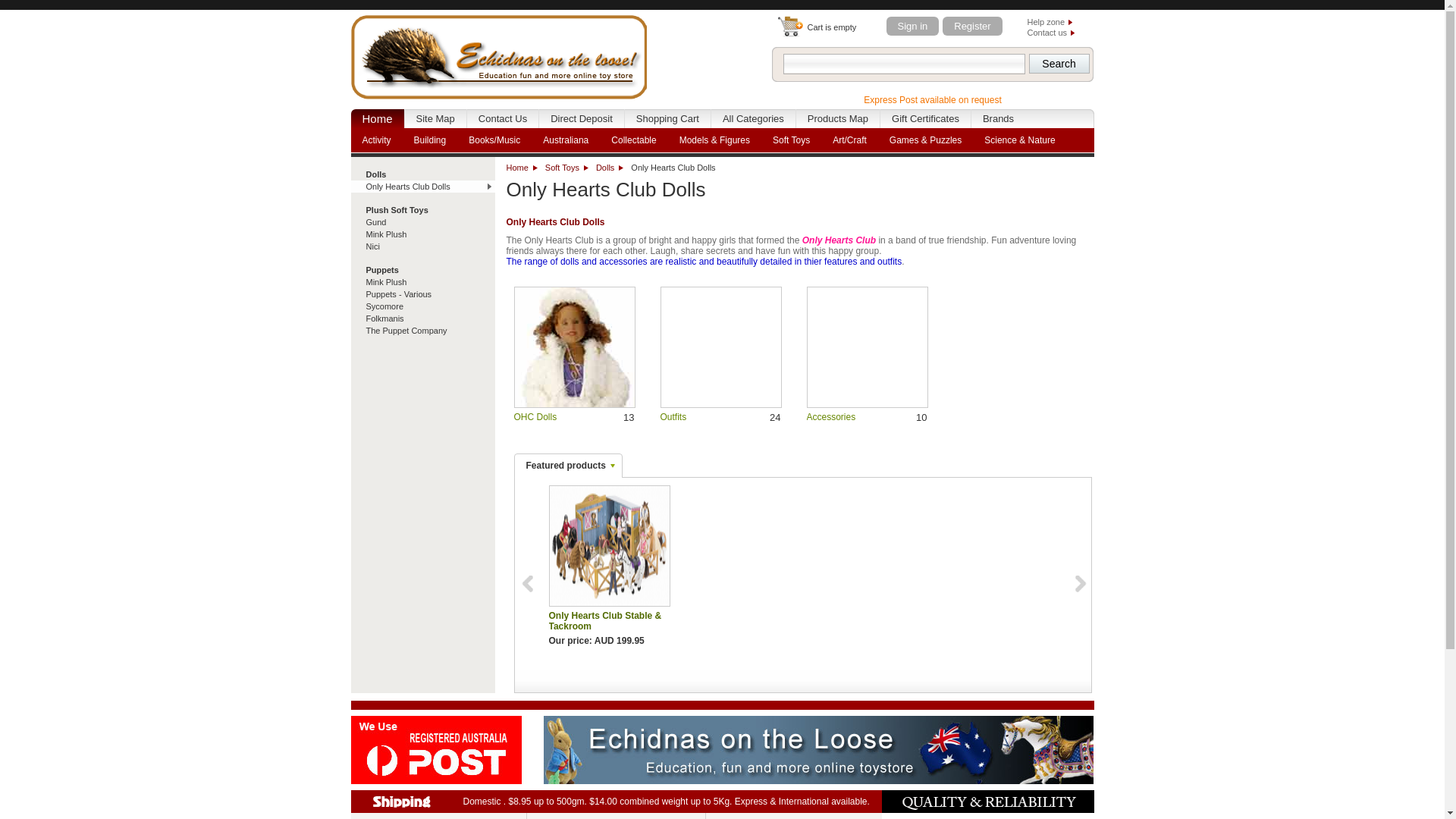  I want to click on 'Only Hearts Club Stable & Tackroom', so click(548, 546).